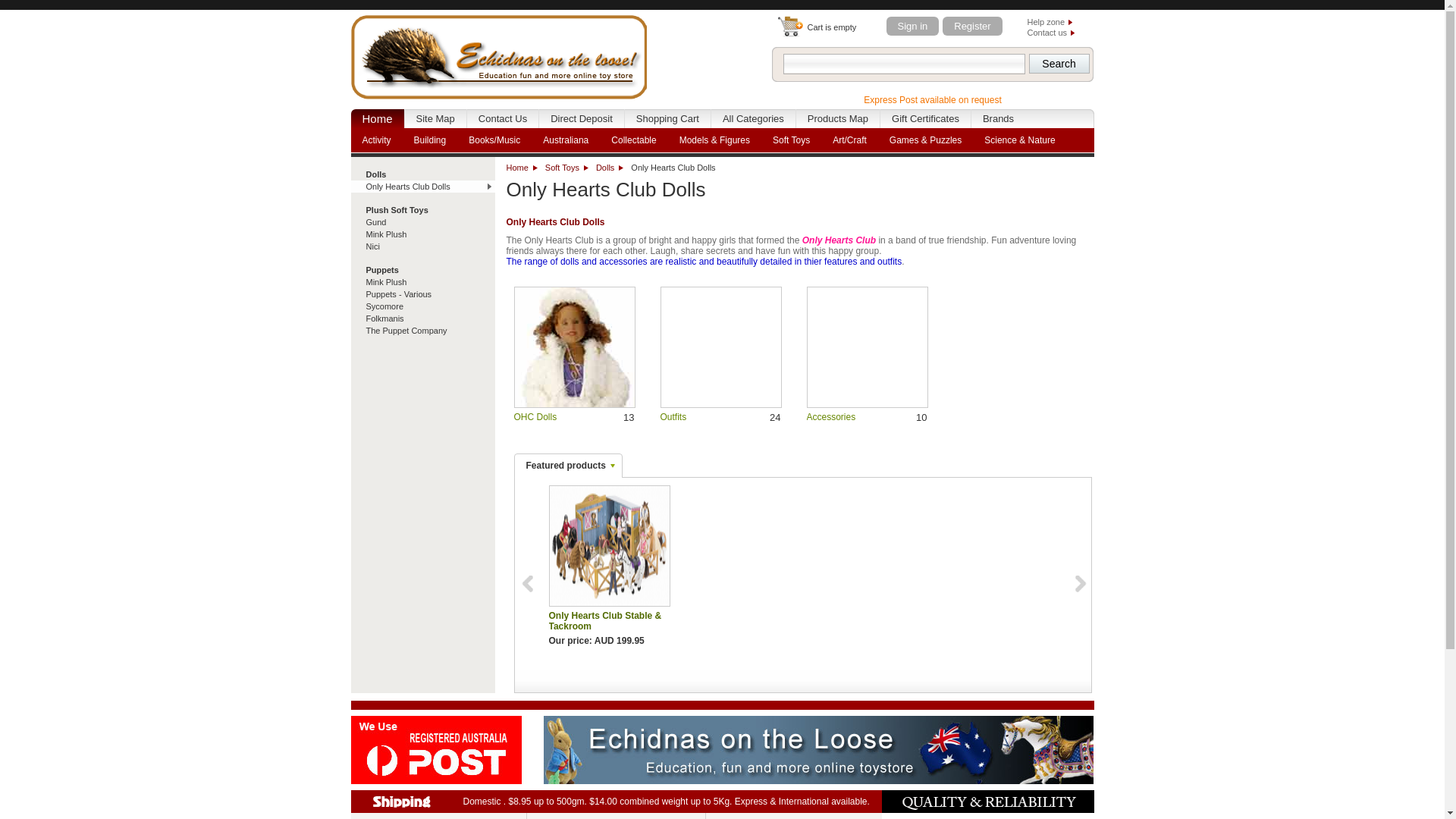  I want to click on 'Only Hearts Club Stable & Tackroom', so click(548, 546).